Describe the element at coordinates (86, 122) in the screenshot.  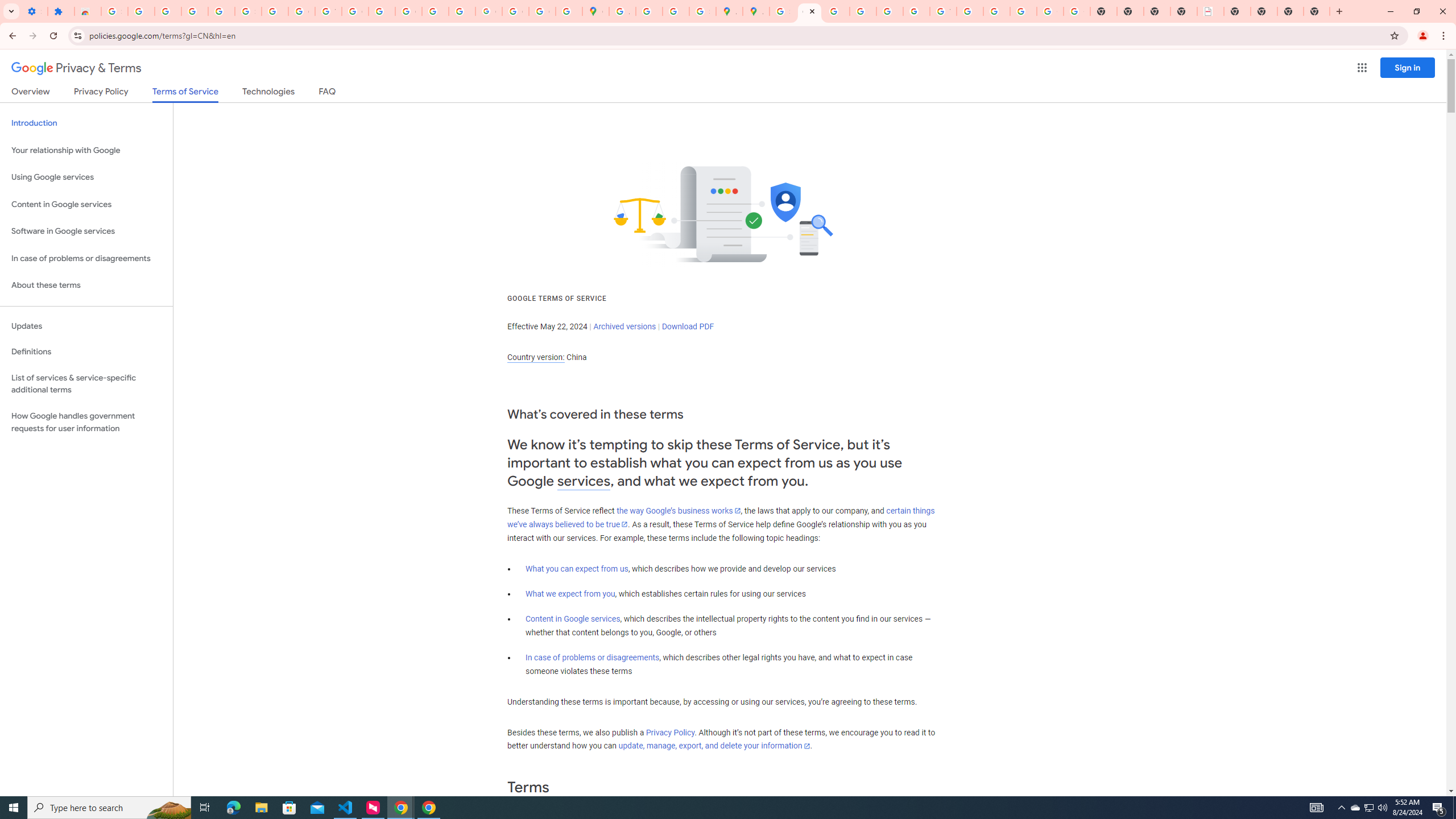
I see `'Introduction'` at that location.